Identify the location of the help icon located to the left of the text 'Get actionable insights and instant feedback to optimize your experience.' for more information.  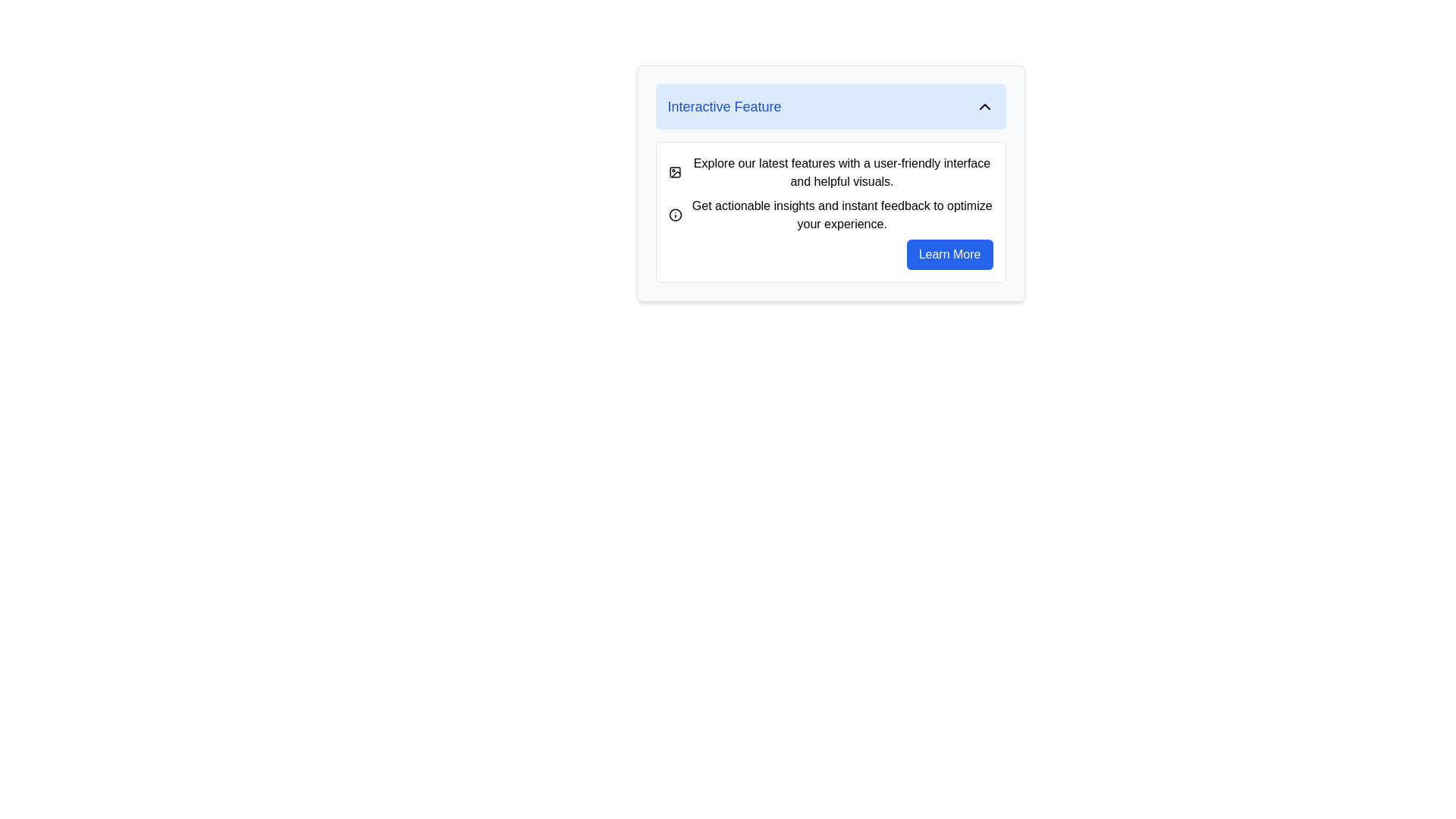
(674, 215).